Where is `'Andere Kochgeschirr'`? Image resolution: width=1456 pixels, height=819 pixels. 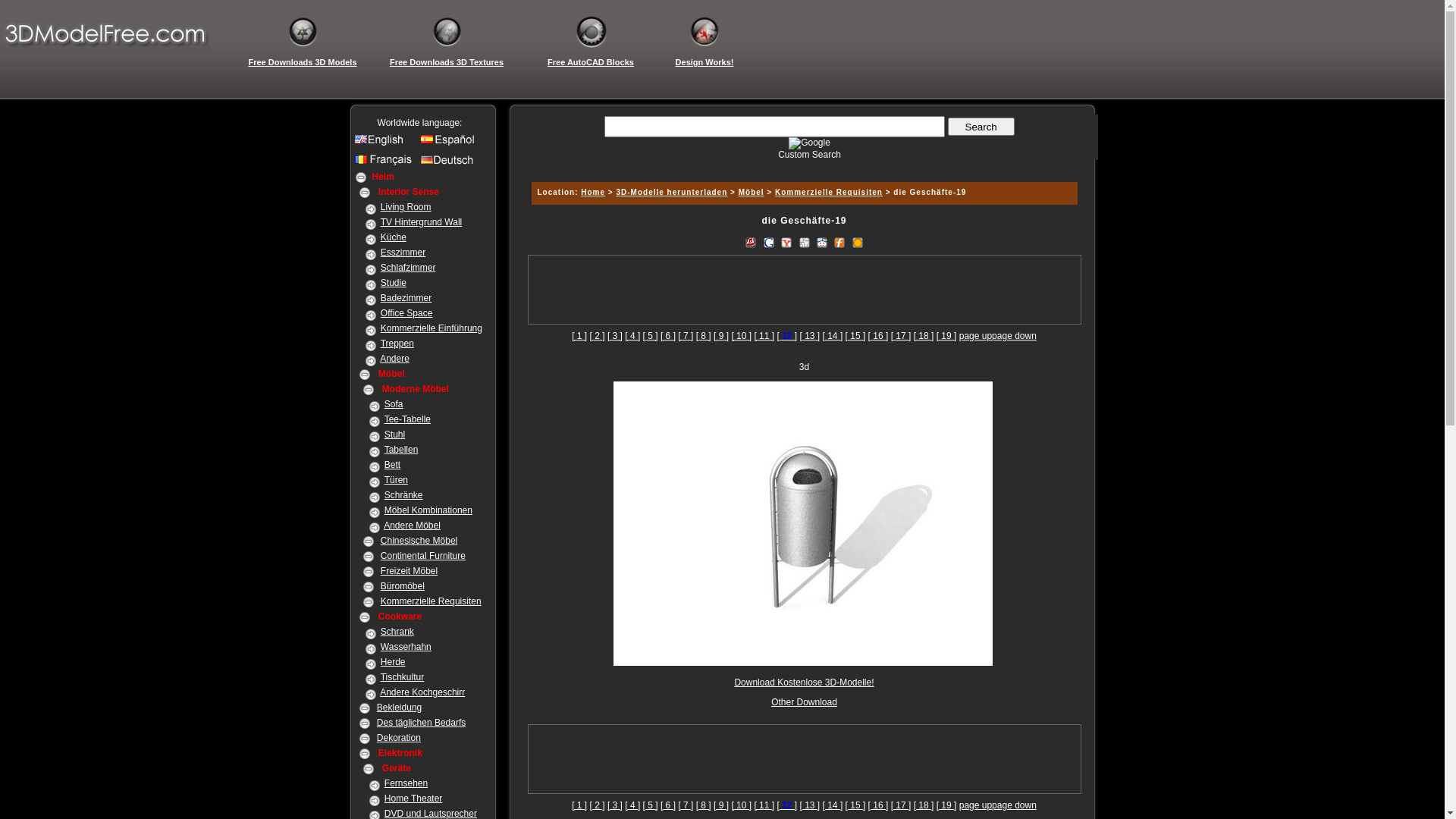 'Andere Kochgeschirr' is located at coordinates (422, 692).